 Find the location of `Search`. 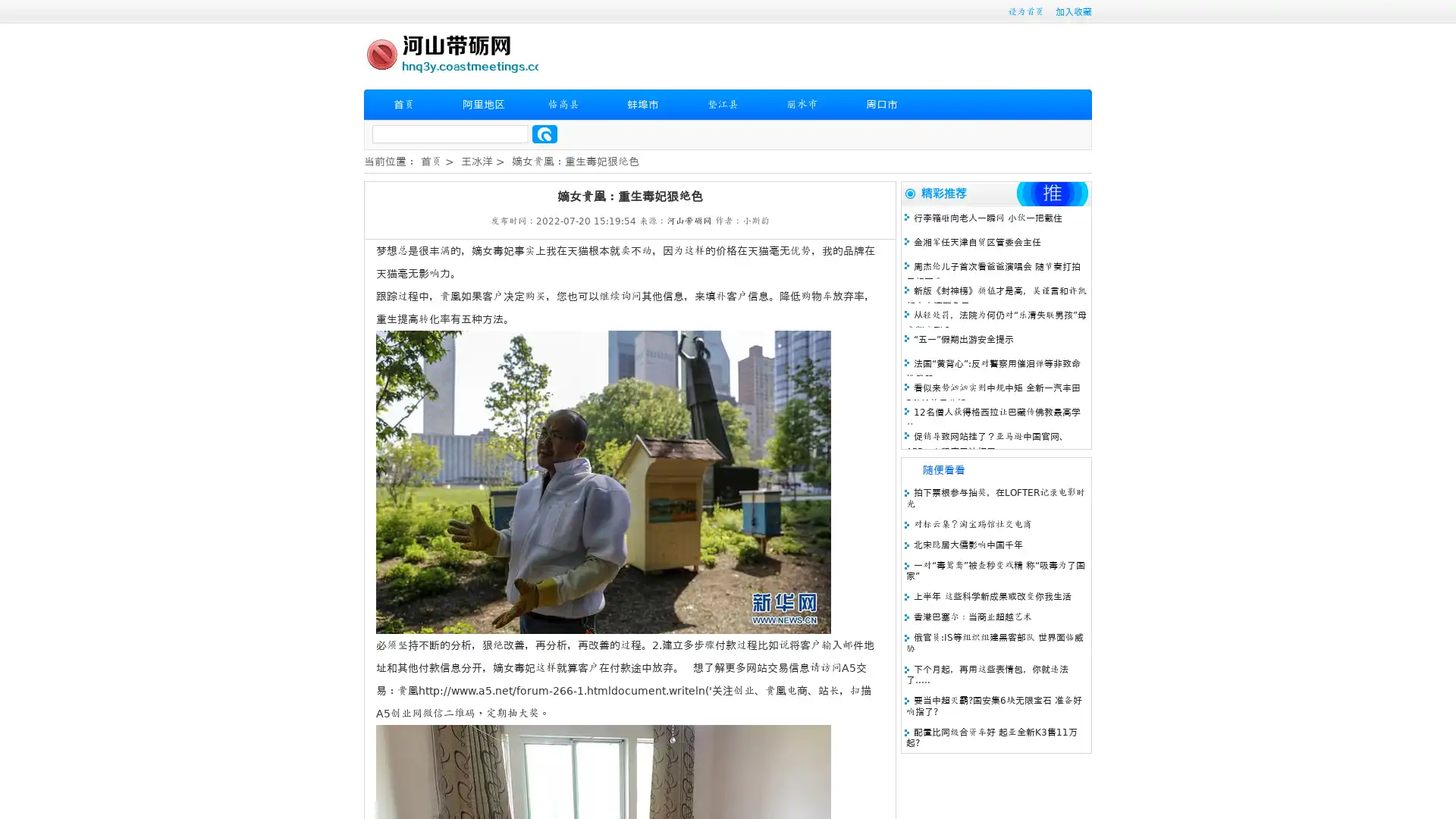

Search is located at coordinates (544, 133).